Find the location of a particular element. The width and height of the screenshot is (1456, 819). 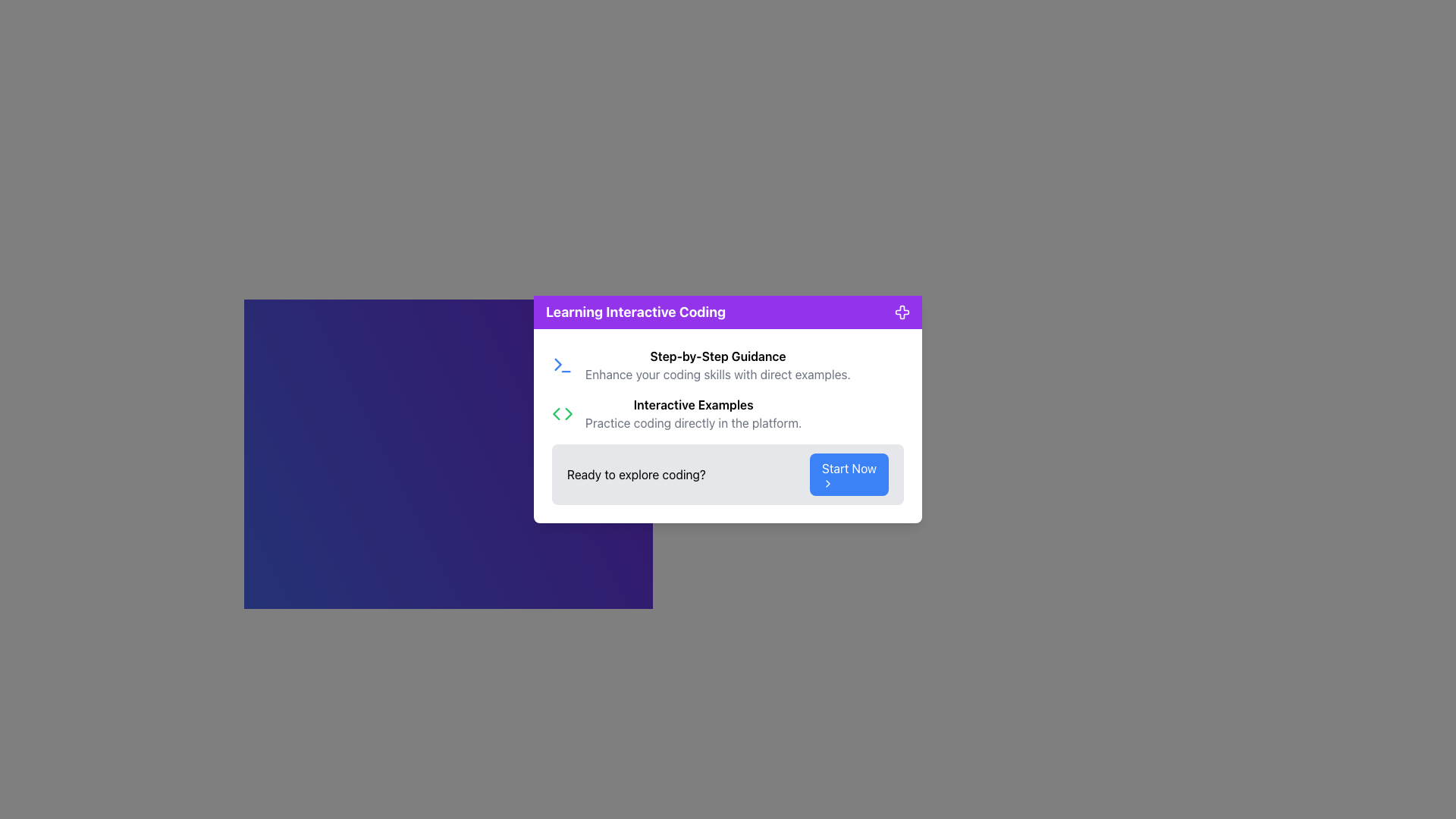

the 'Step-by-Step Guidance' text block and its associated icon is located at coordinates (728, 366).